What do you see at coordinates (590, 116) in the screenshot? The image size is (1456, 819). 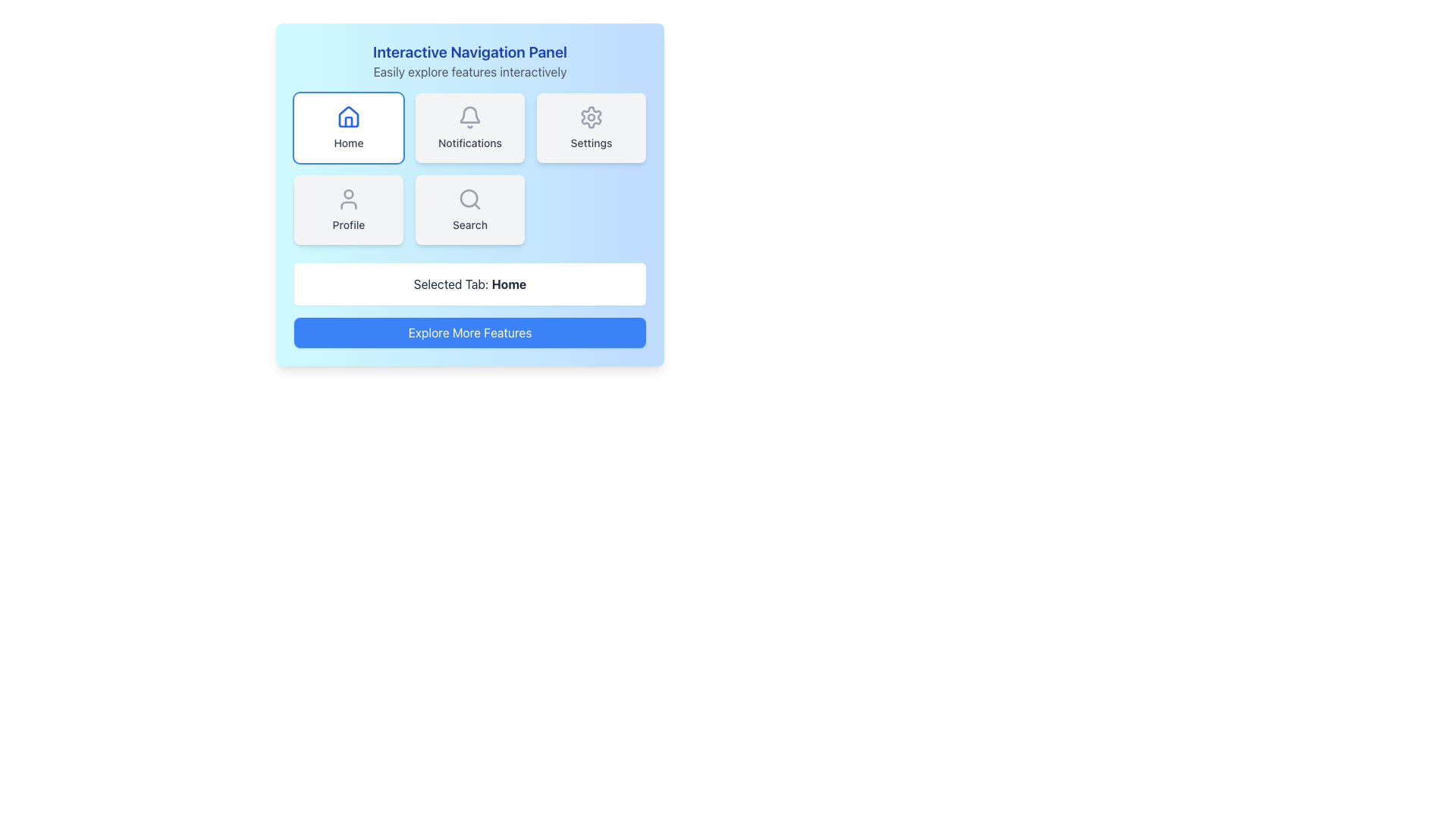 I see `the gear icon located inside the 'Settings' button in the top right corner of the main navigation panel` at bounding box center [590, 116].